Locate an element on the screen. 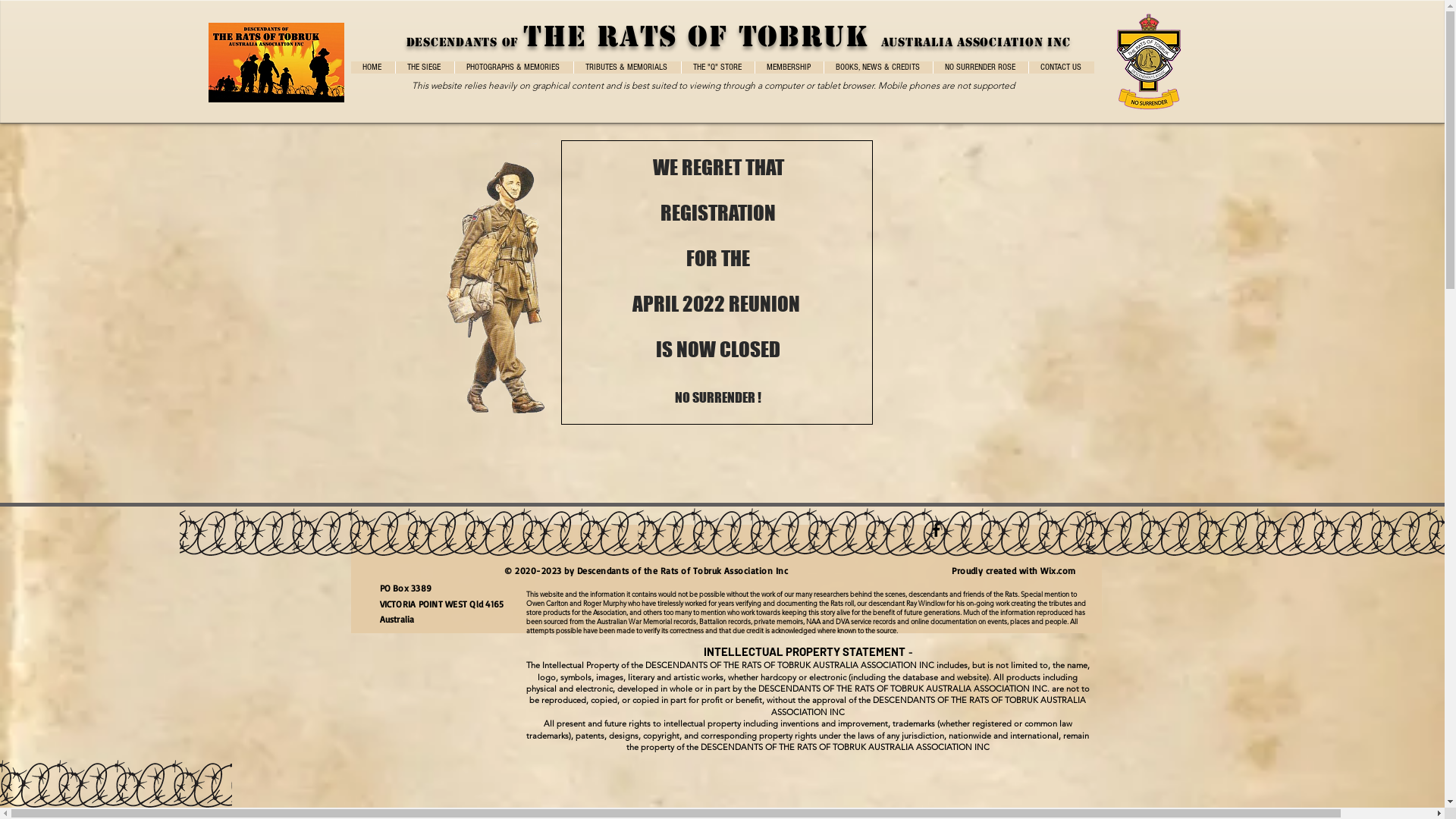  'CONTACT US' is located at coordinates (1060, 66).